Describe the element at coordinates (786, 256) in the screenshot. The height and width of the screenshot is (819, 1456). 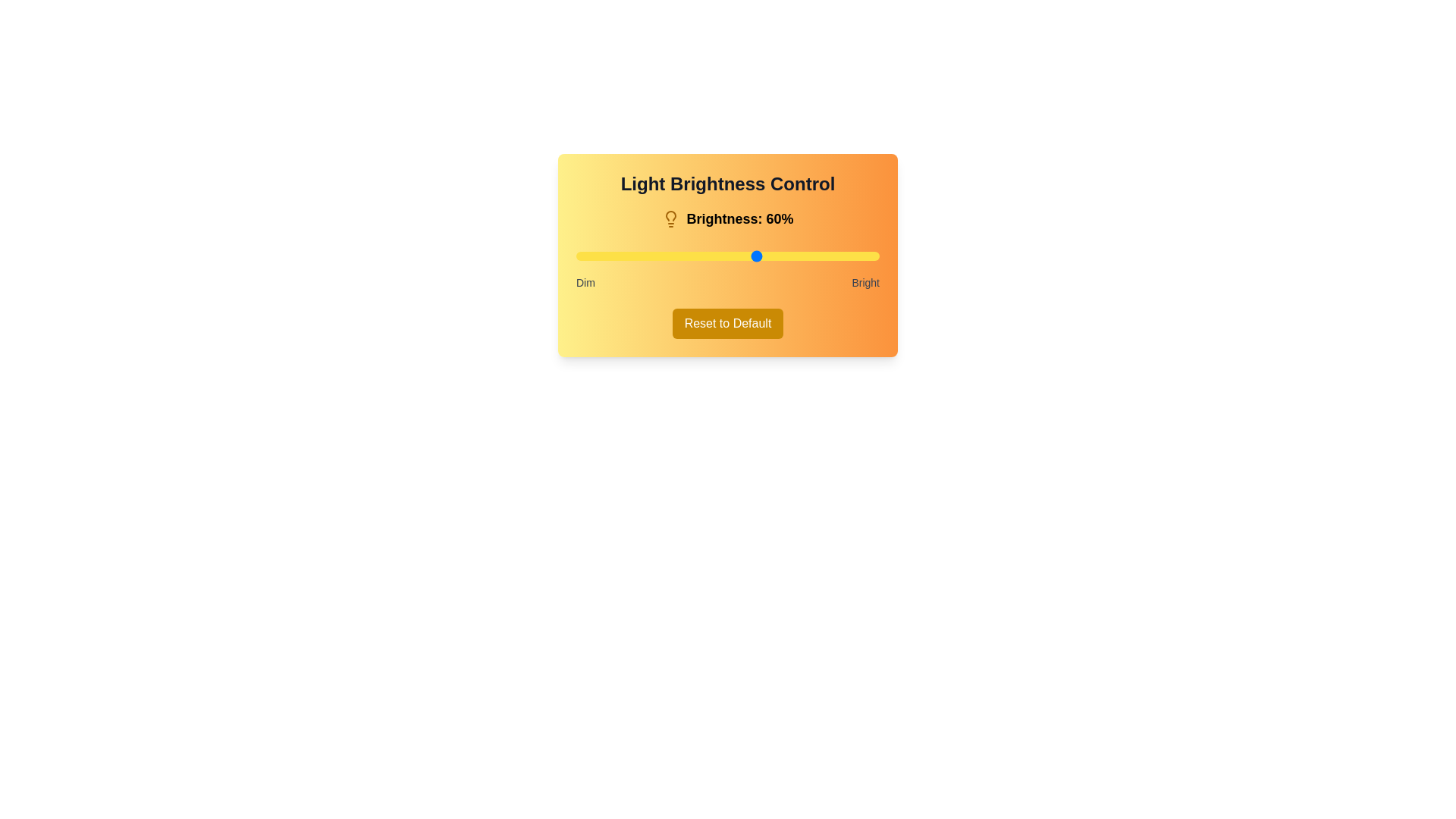
I see `the brightness to 69% using the slider` at that location.